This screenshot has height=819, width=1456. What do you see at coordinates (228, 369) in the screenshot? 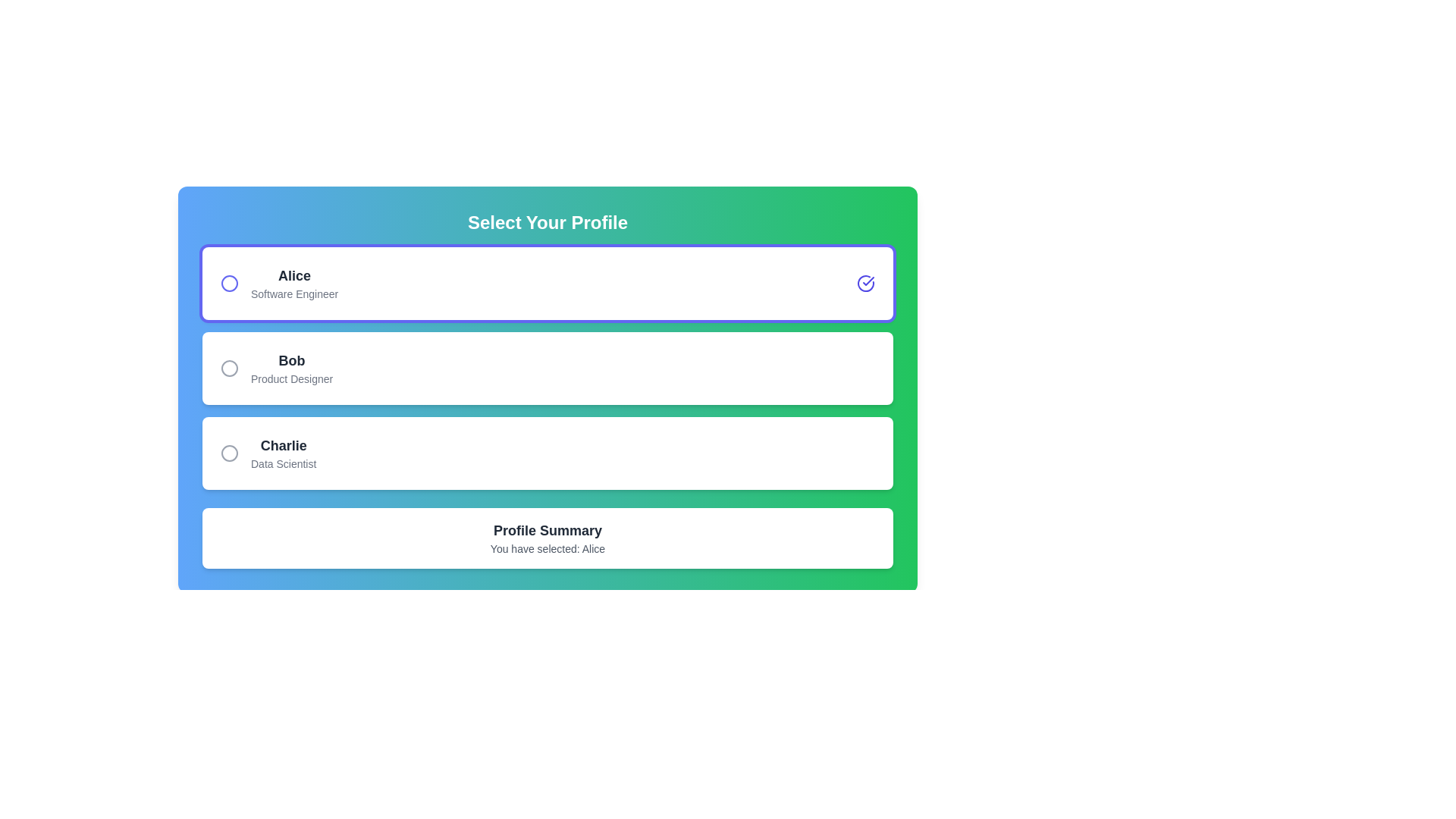
I see `the radio button for the profile selection of 'Bob - Product Designer'` at bounding box center [228, 369].